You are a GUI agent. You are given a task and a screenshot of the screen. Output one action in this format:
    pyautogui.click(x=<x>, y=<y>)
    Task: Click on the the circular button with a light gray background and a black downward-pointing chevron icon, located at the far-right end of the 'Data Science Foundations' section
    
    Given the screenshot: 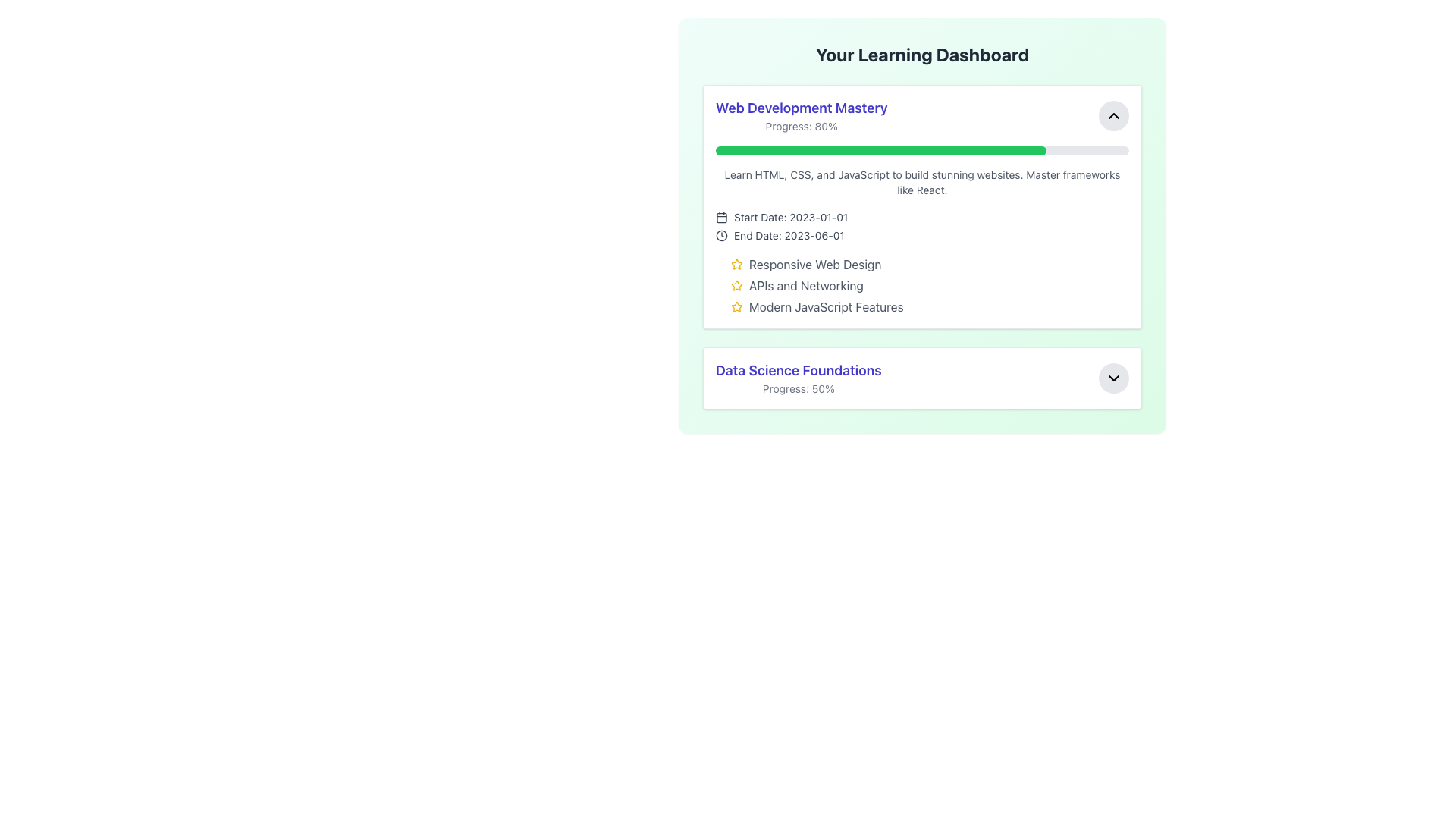 What is the action you would take?
    pyautogui.click(x=1113, y=377)
    